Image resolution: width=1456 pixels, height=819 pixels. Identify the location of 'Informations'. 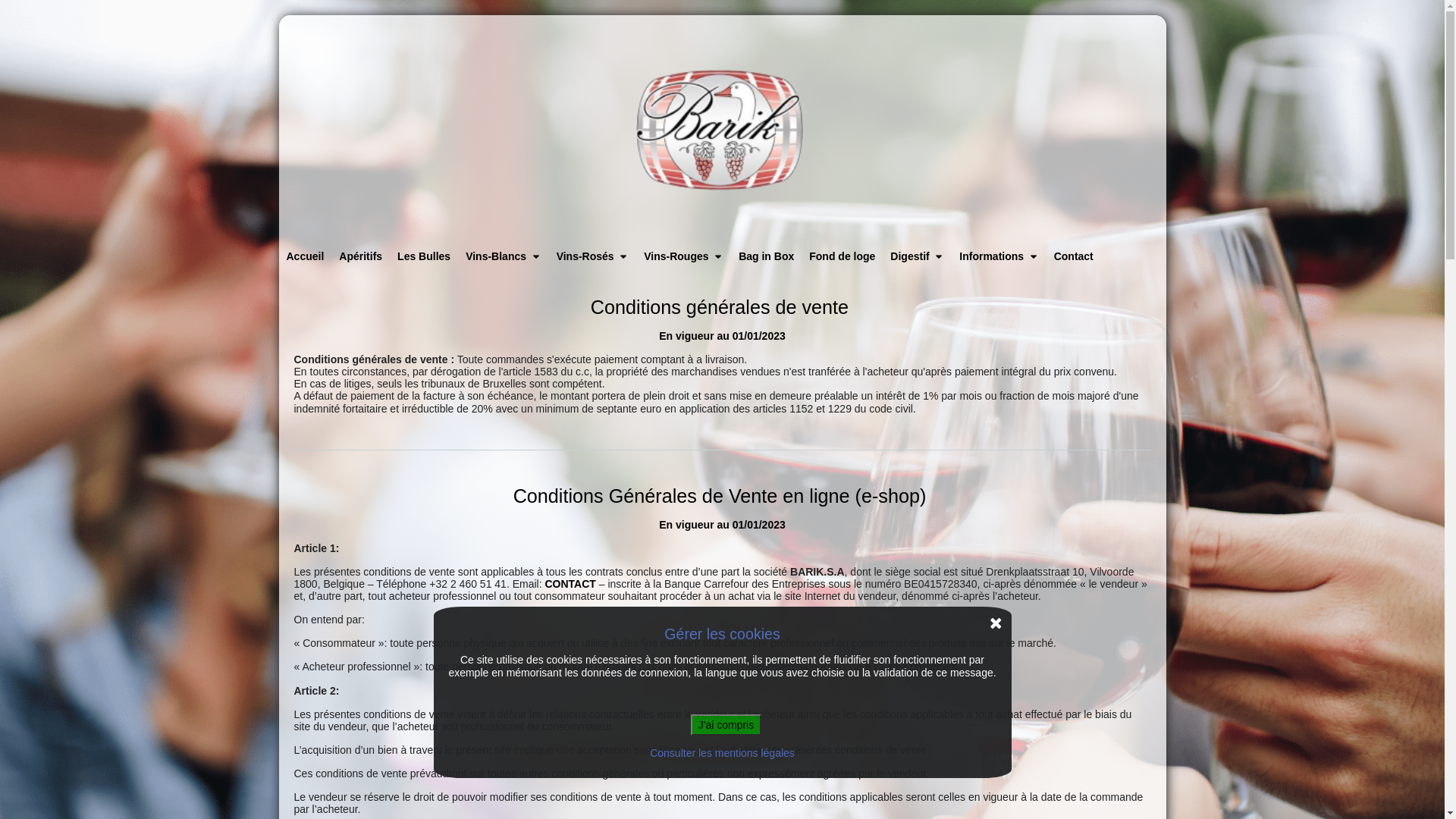
(998, 256).